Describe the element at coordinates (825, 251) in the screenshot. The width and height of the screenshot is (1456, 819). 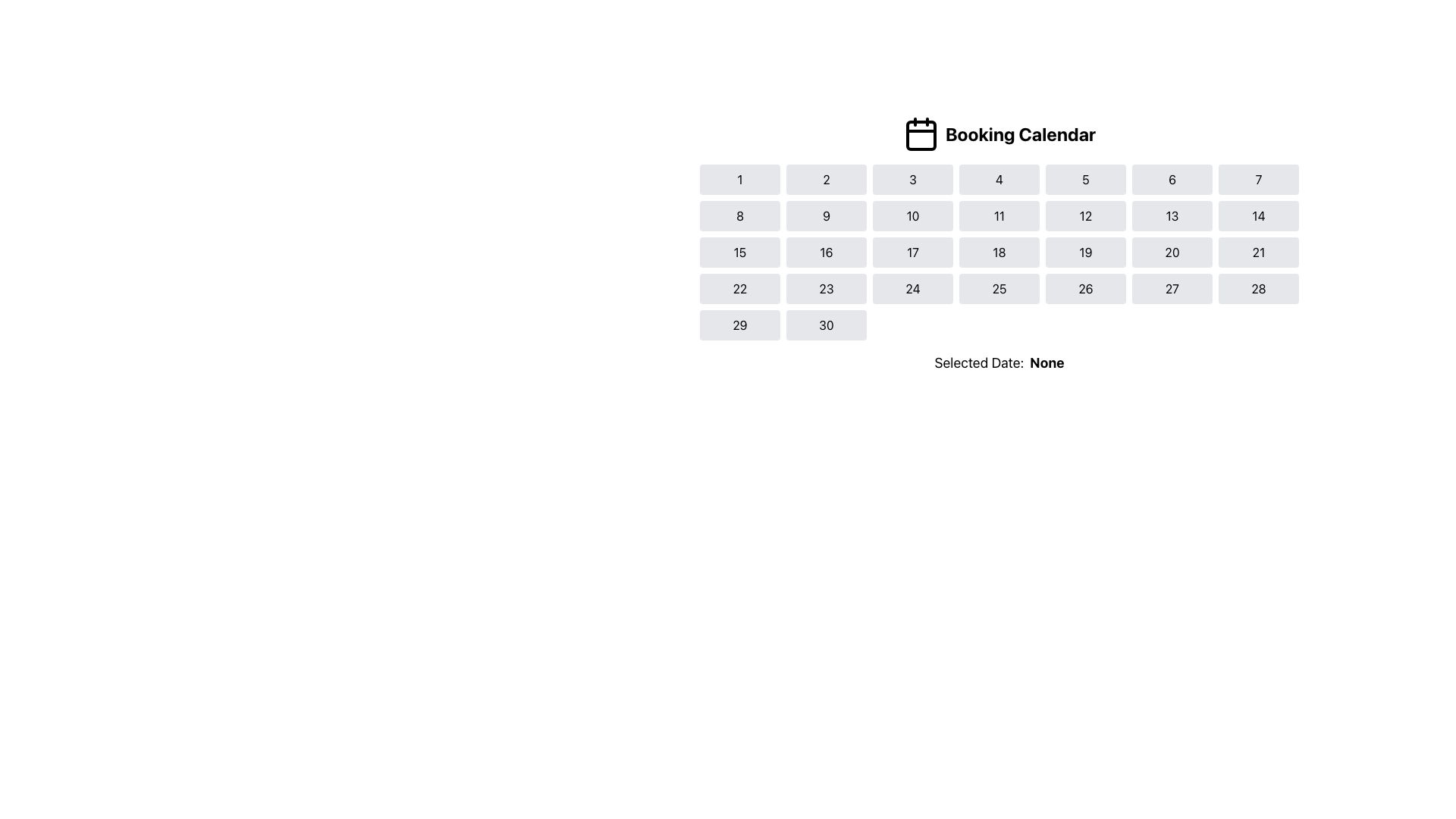
I see `the selectable date button labeled '16' in the calendar interface` at that location.